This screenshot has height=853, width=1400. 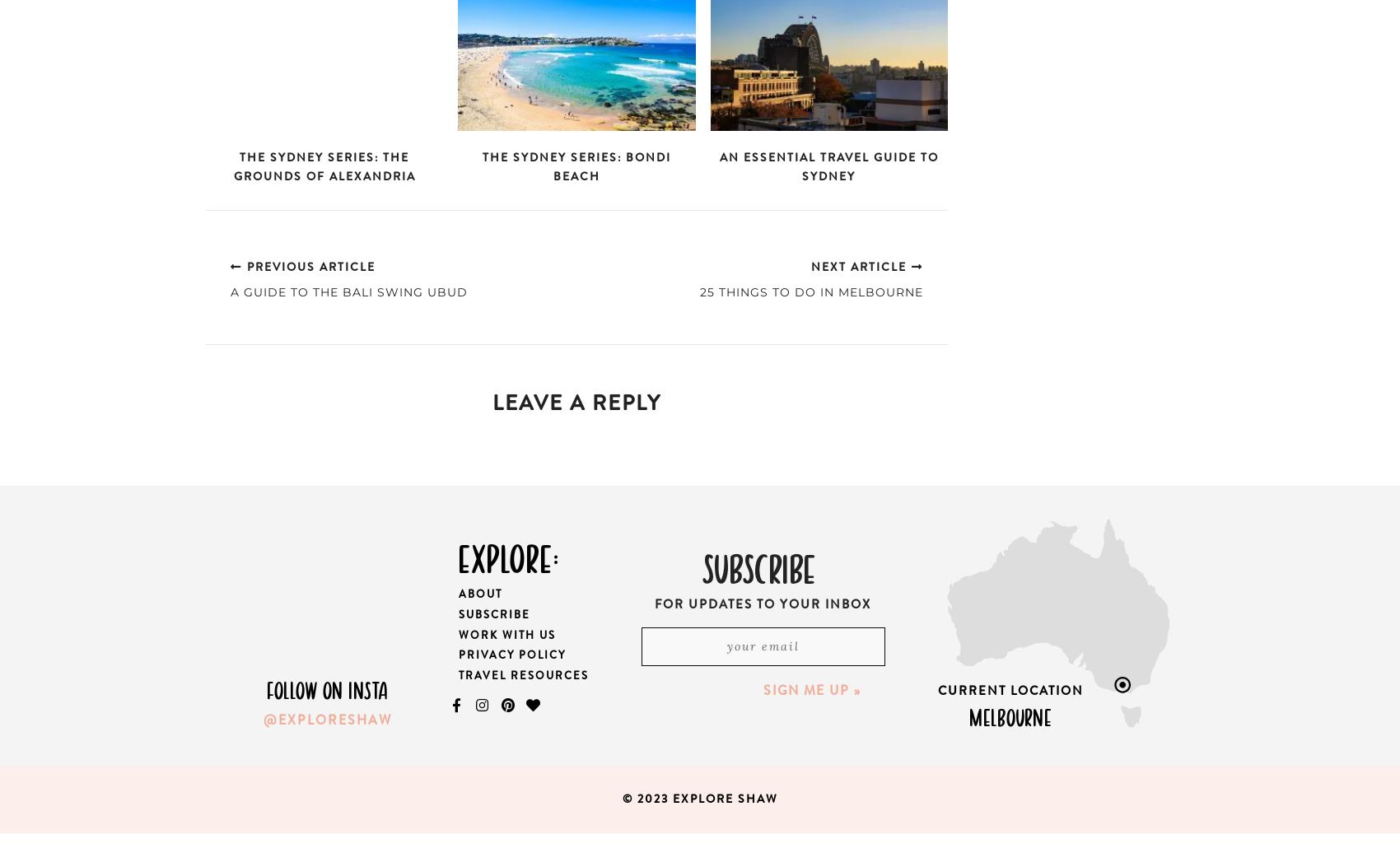 I want to click on 'The Sydney Series: The Grounds Of Alexandria', so click(x=323, y=166).